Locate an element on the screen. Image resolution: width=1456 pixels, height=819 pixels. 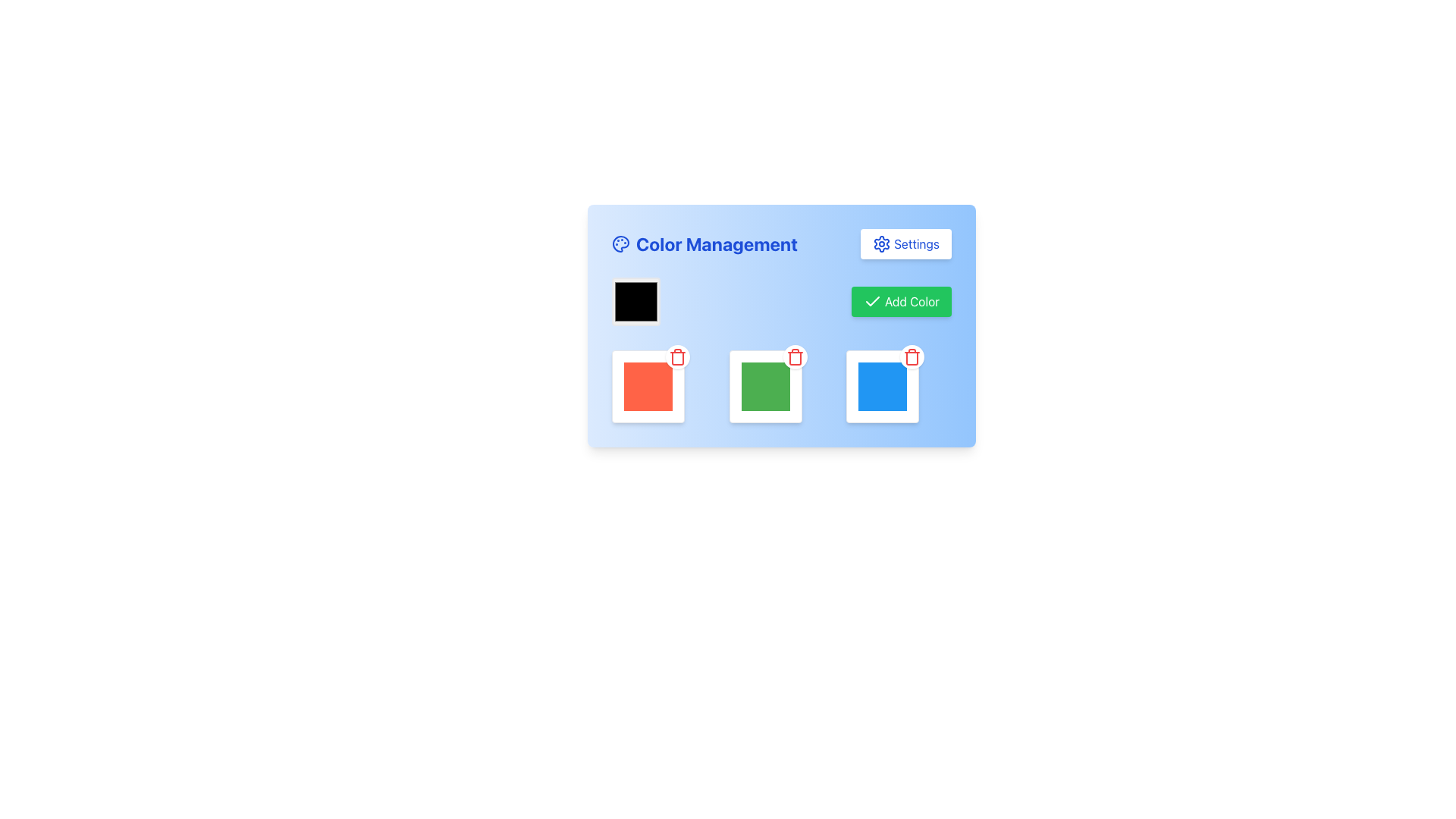
the settings button for the 'Color Management' section is located at coordinates (906, 243).